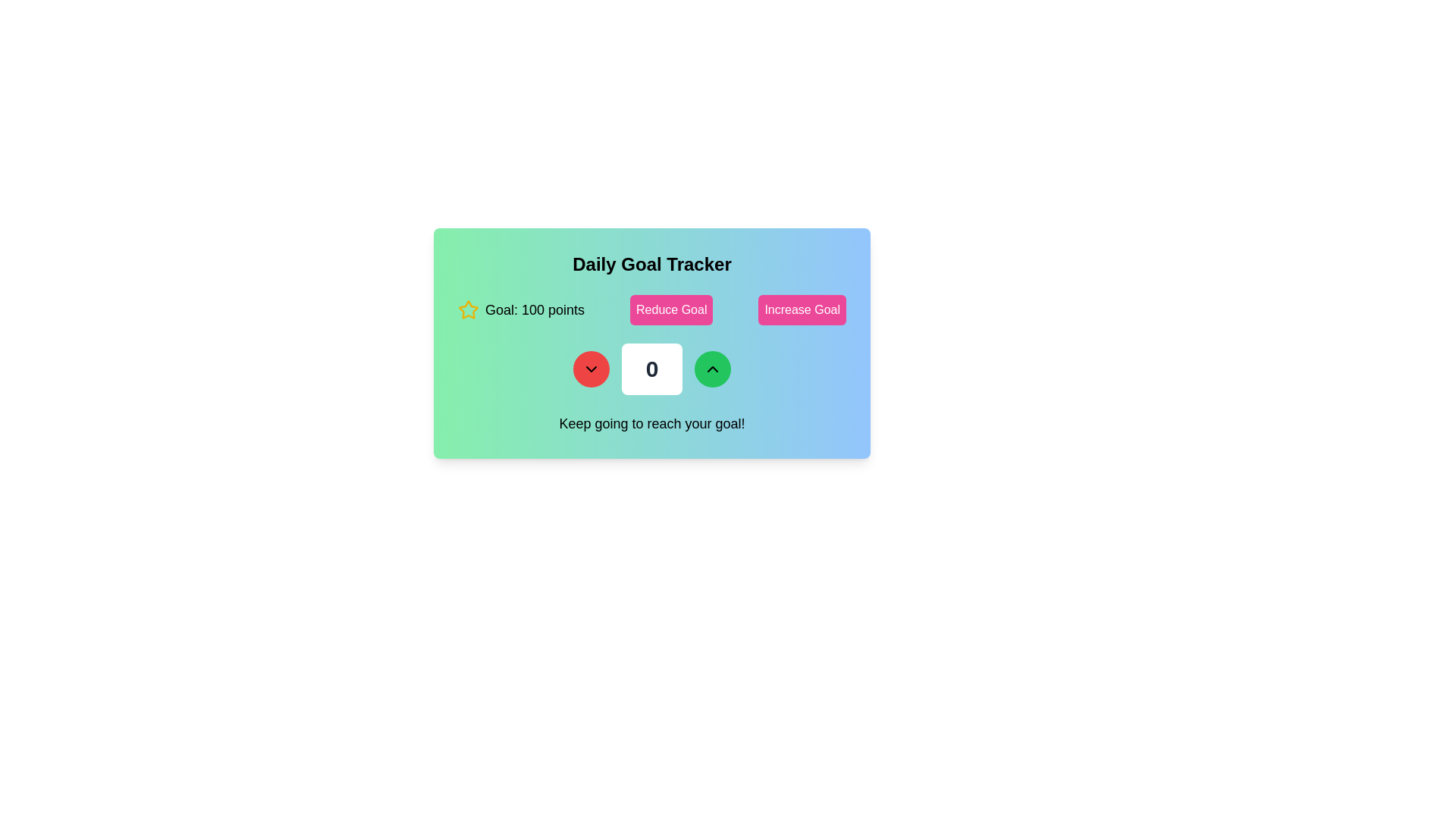  Describe the element at coordinates (651, 369) in the screenshot. I see `the Display label that shows a numeric value, positioned between the red downward-arrow button and the green upward-arrow button` at that location.